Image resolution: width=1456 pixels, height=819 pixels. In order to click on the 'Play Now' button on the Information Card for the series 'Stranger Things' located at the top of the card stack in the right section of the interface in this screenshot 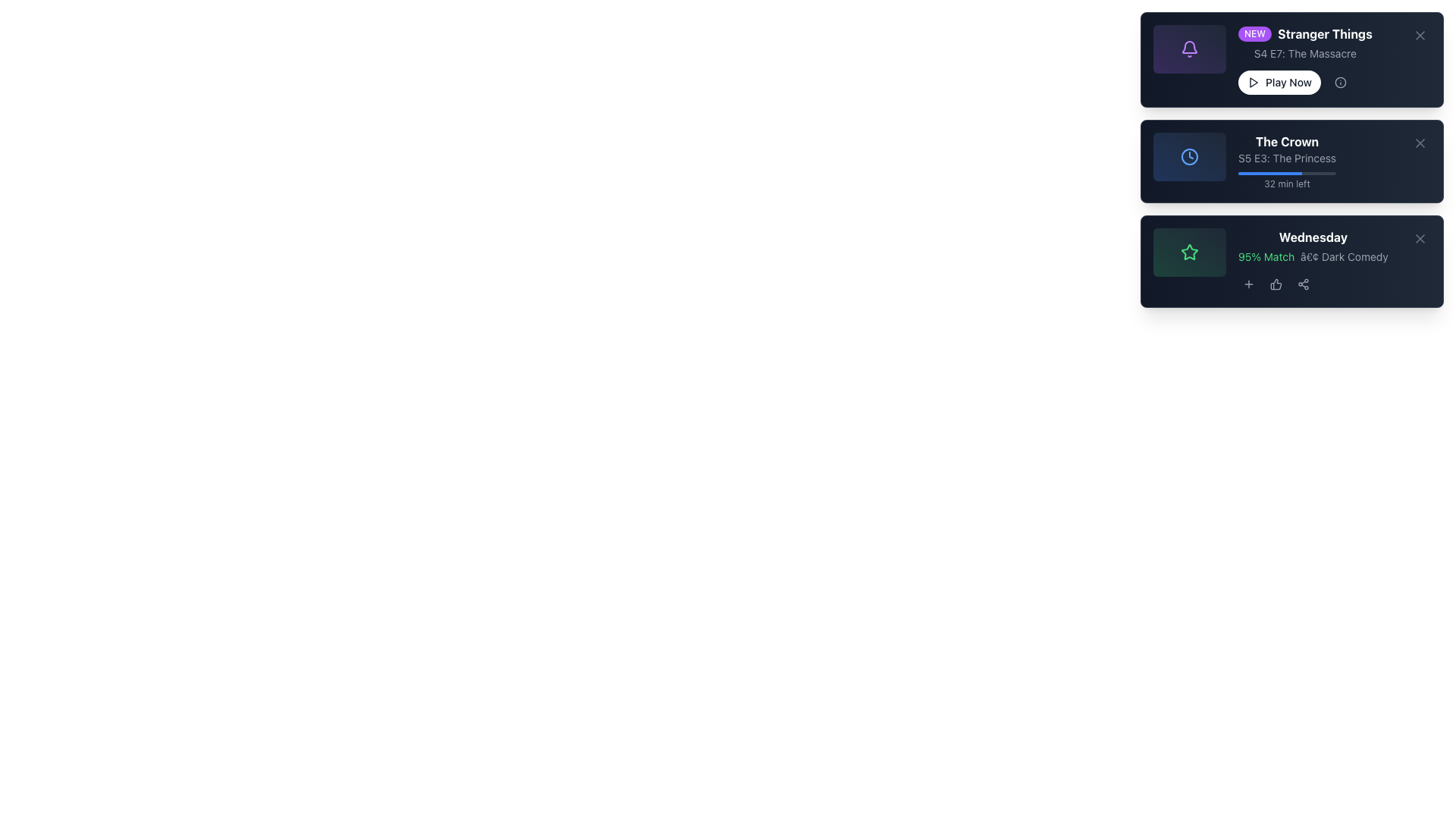, I will do `click(1263, 58)`.